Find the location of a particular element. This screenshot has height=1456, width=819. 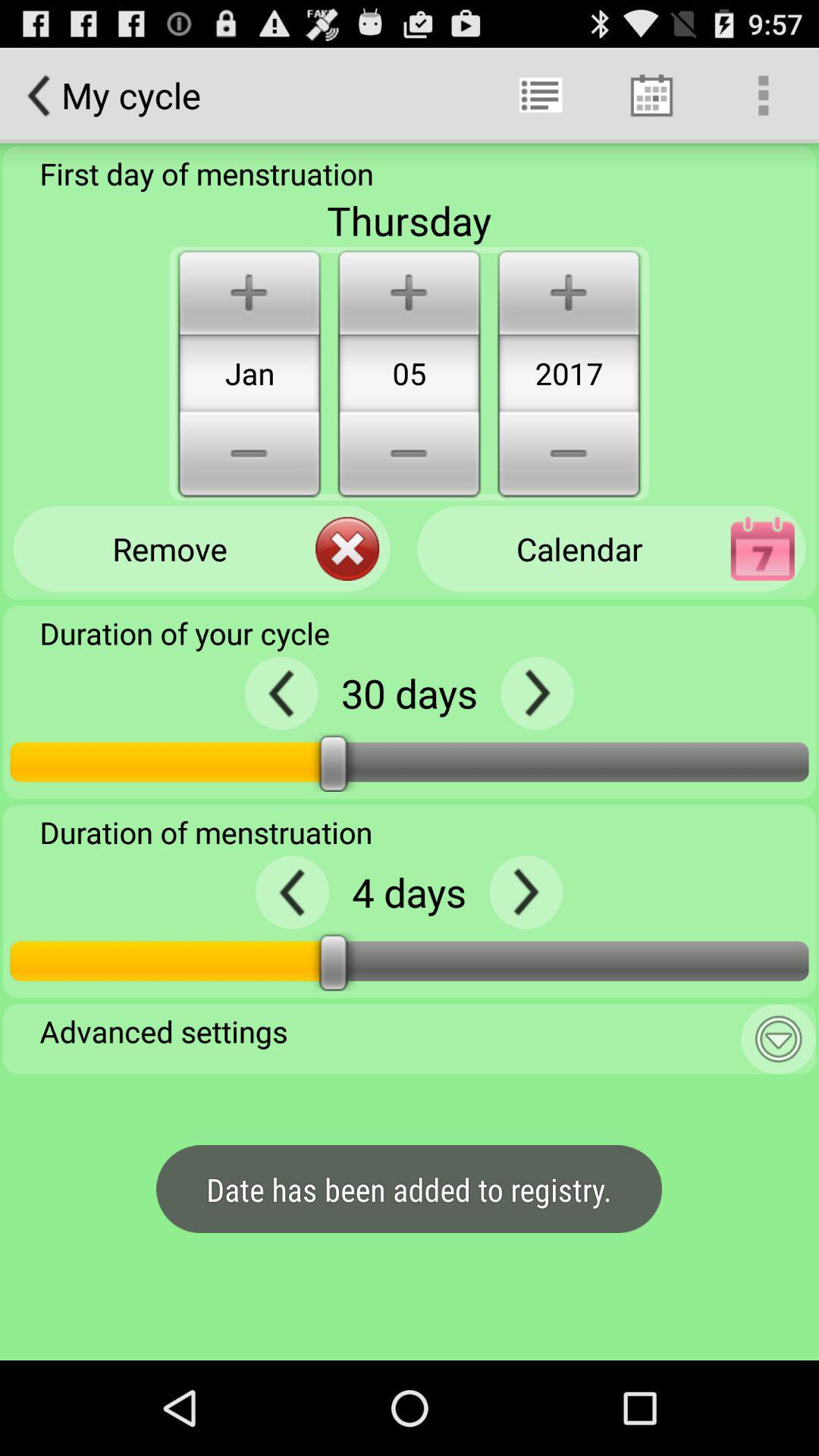

the arrow_forward icon is located at coordinates (536, 742).